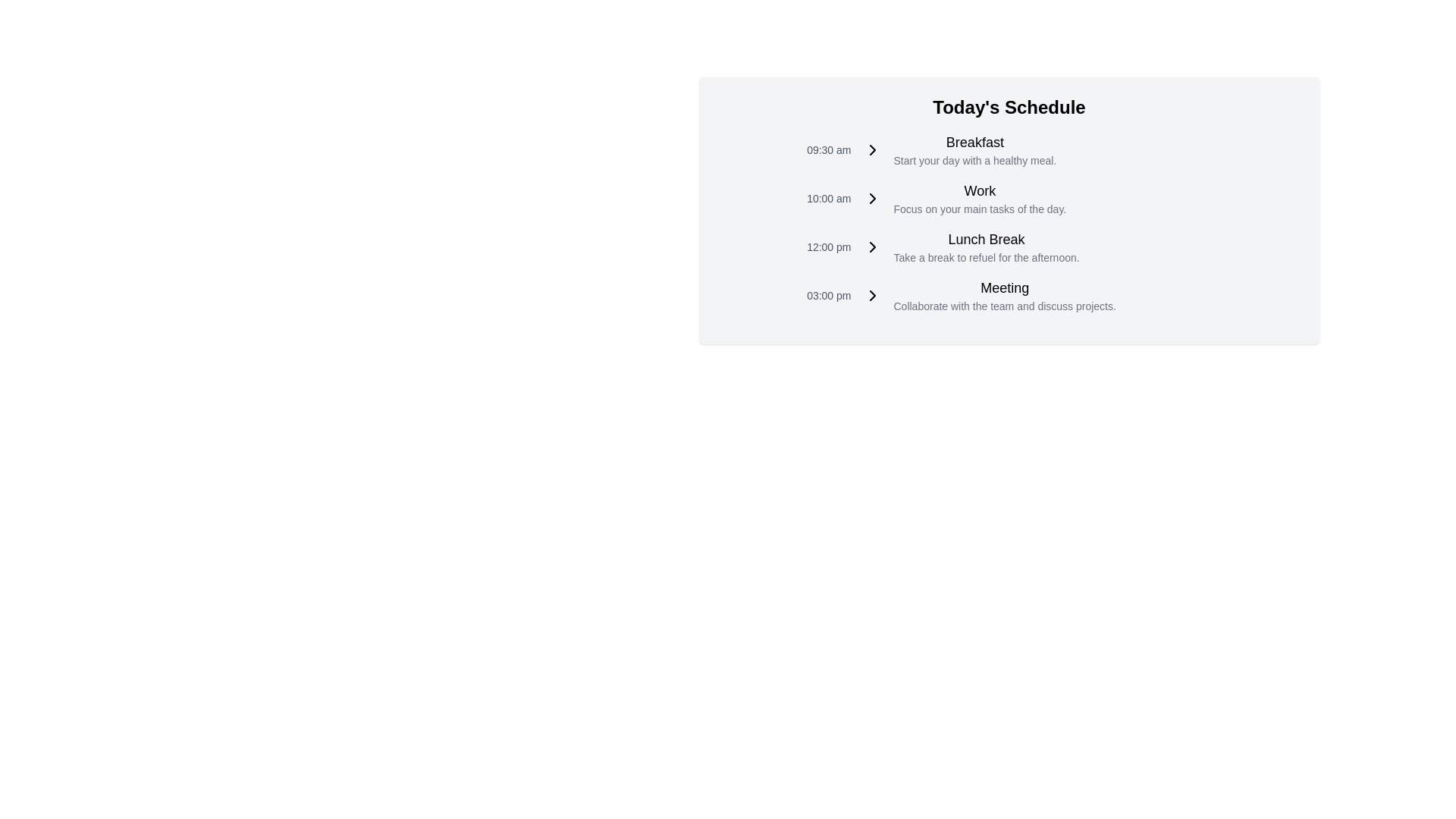  I want to click on the small chevron icon pointing to the right, located to the right of '09:30 am' and before 'Breakfast', so click(872, 149).